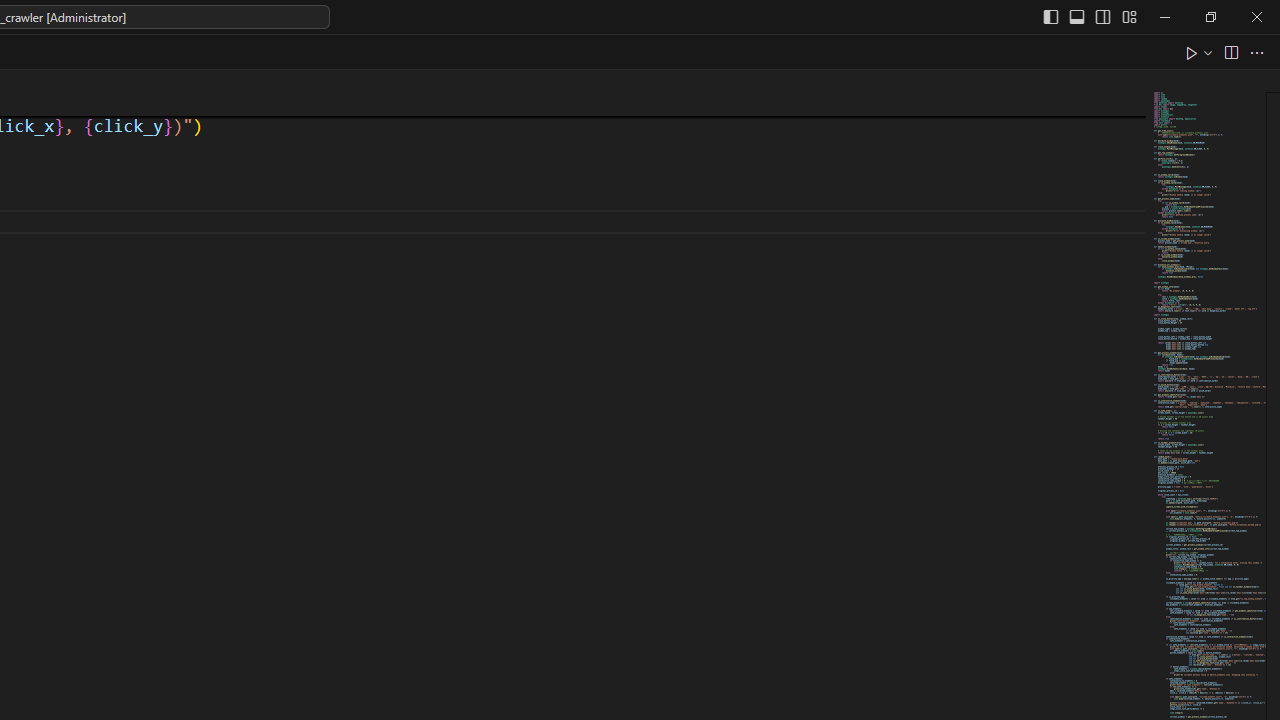 Image resolution: width=1280 pixels, height=720 pixels. Describe the element at coordinates (1076, 16) in the screenshot. I see `'Toggle Panel (Ctrl+J)'` at that location.